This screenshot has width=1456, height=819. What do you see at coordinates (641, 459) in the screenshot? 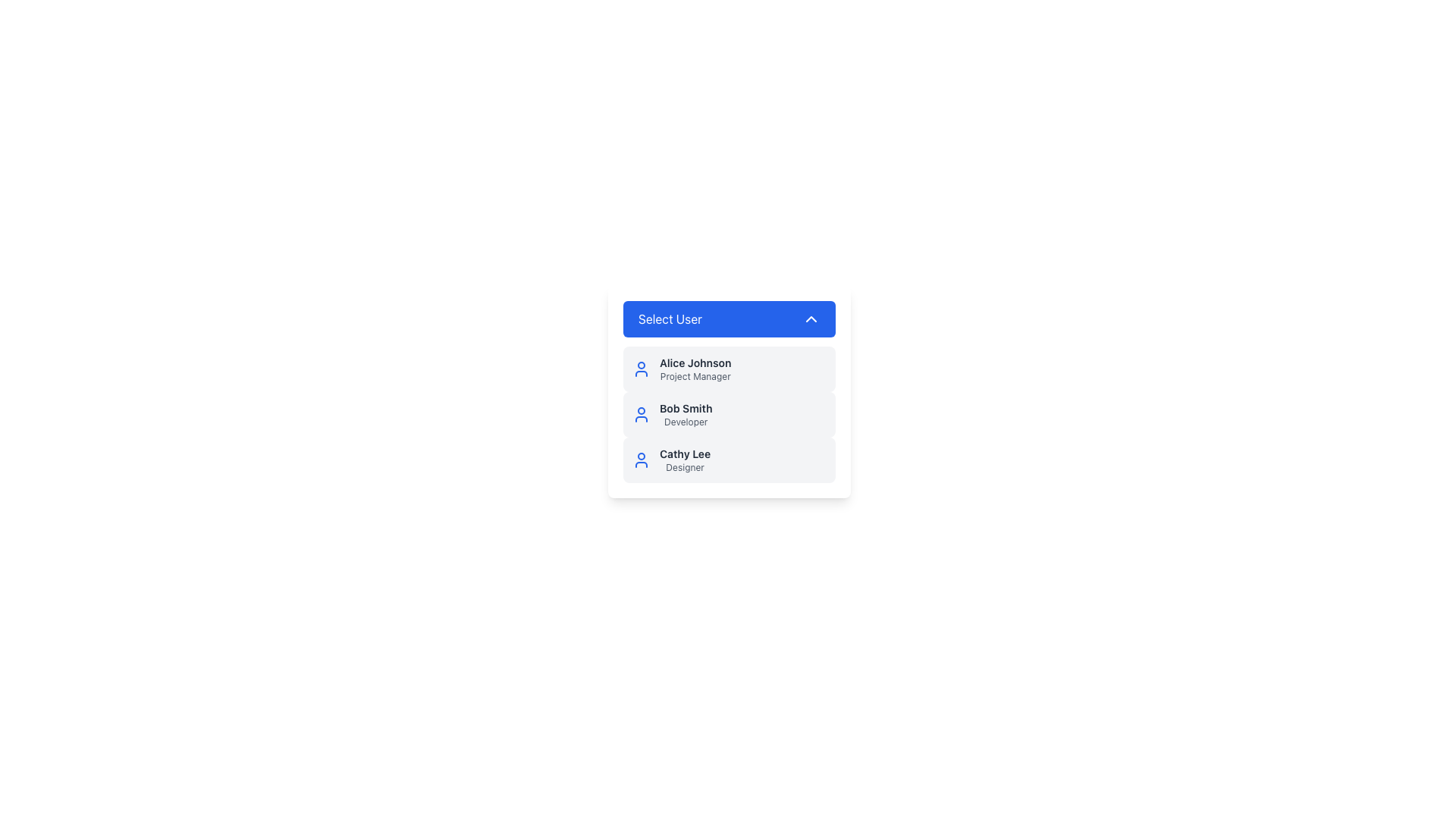
I see `the blue user silhouette icon positioned to the left of the text 'Cathy Lee Designer' in the dropdown menu` at bounding box center [641, 459].